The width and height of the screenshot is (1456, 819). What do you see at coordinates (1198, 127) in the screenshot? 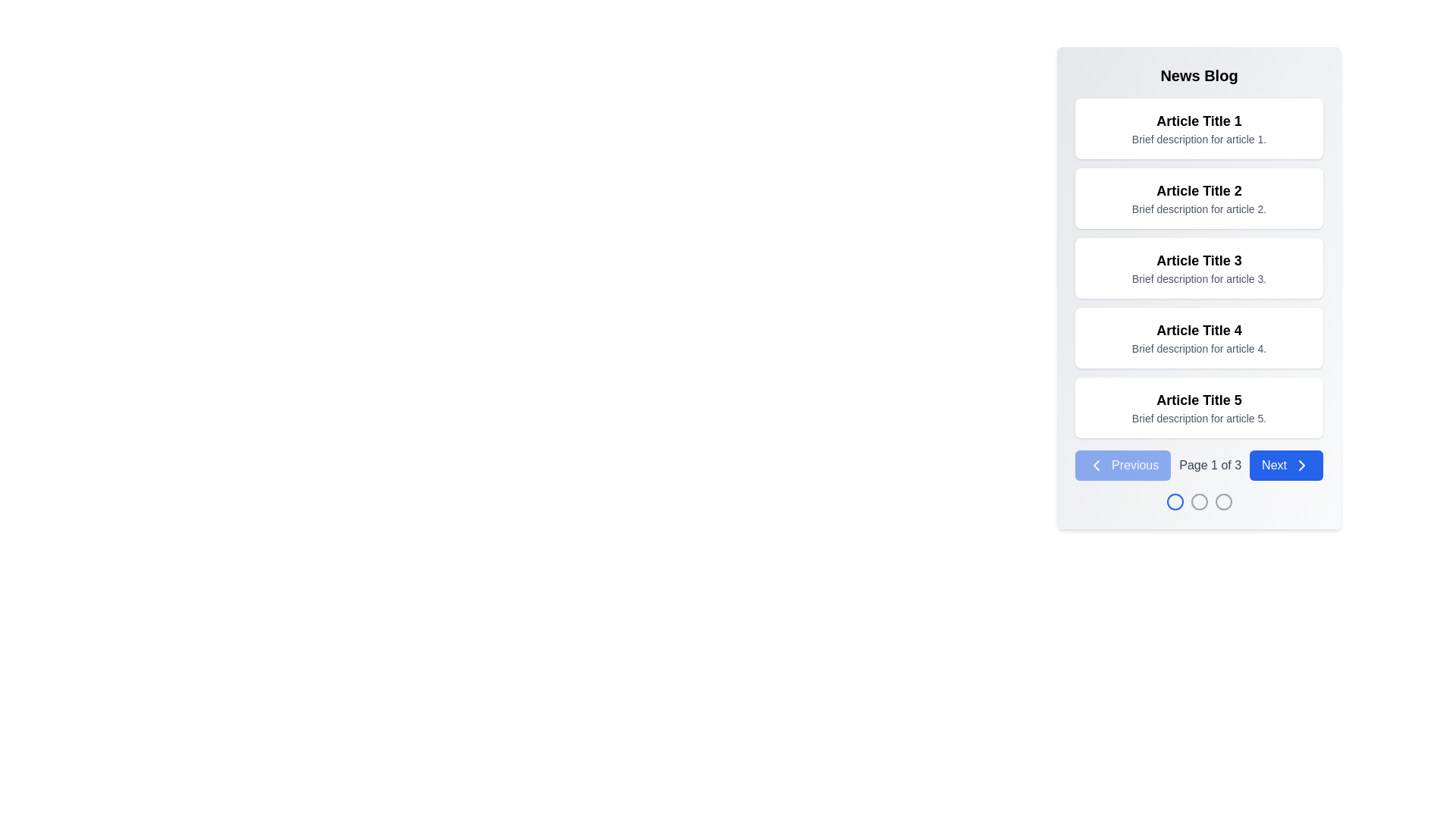
I see `the first card in the vertical list` at bounding box center [1198, 127].